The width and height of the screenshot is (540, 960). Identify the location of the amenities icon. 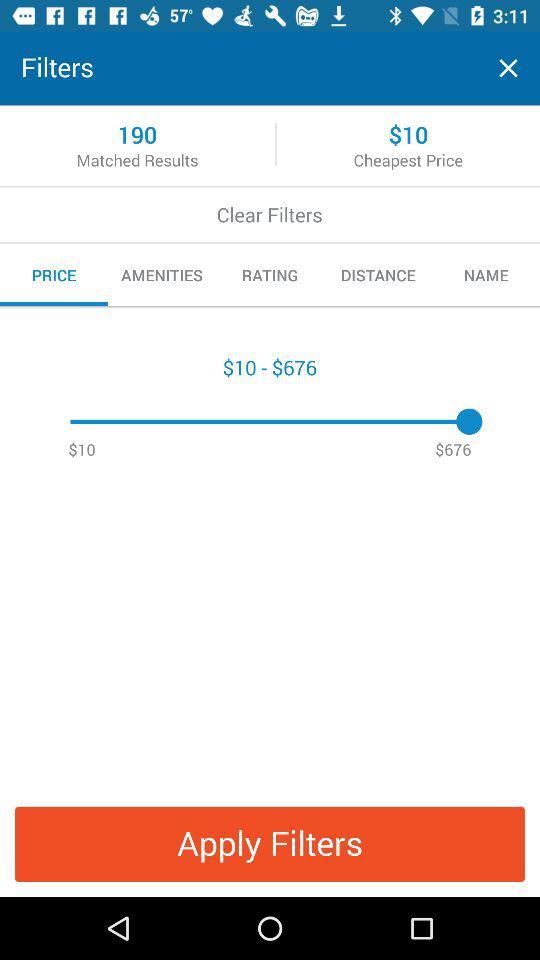
(161, 274).